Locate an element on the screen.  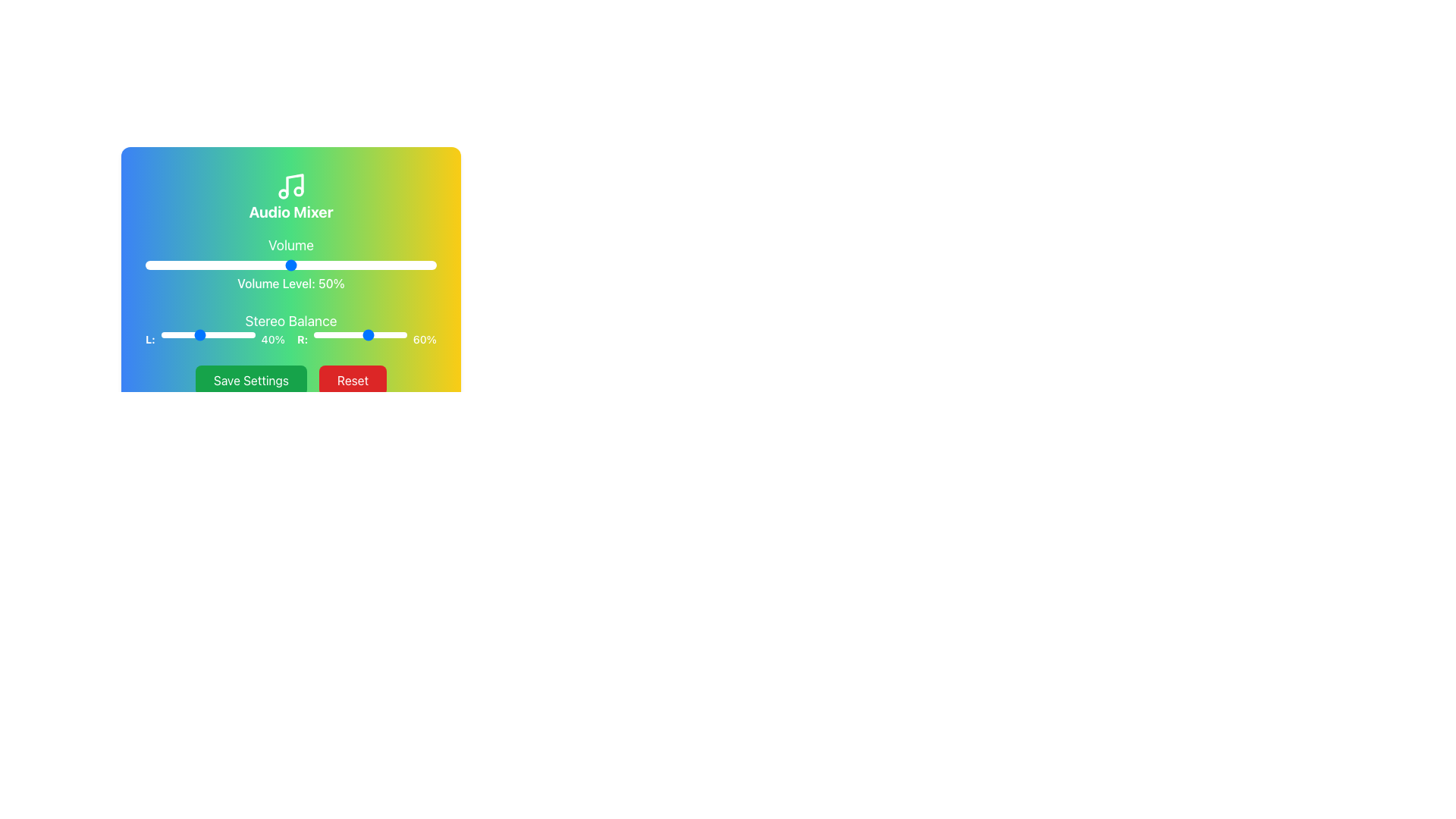
the volume is located at coordinates (322, 265).